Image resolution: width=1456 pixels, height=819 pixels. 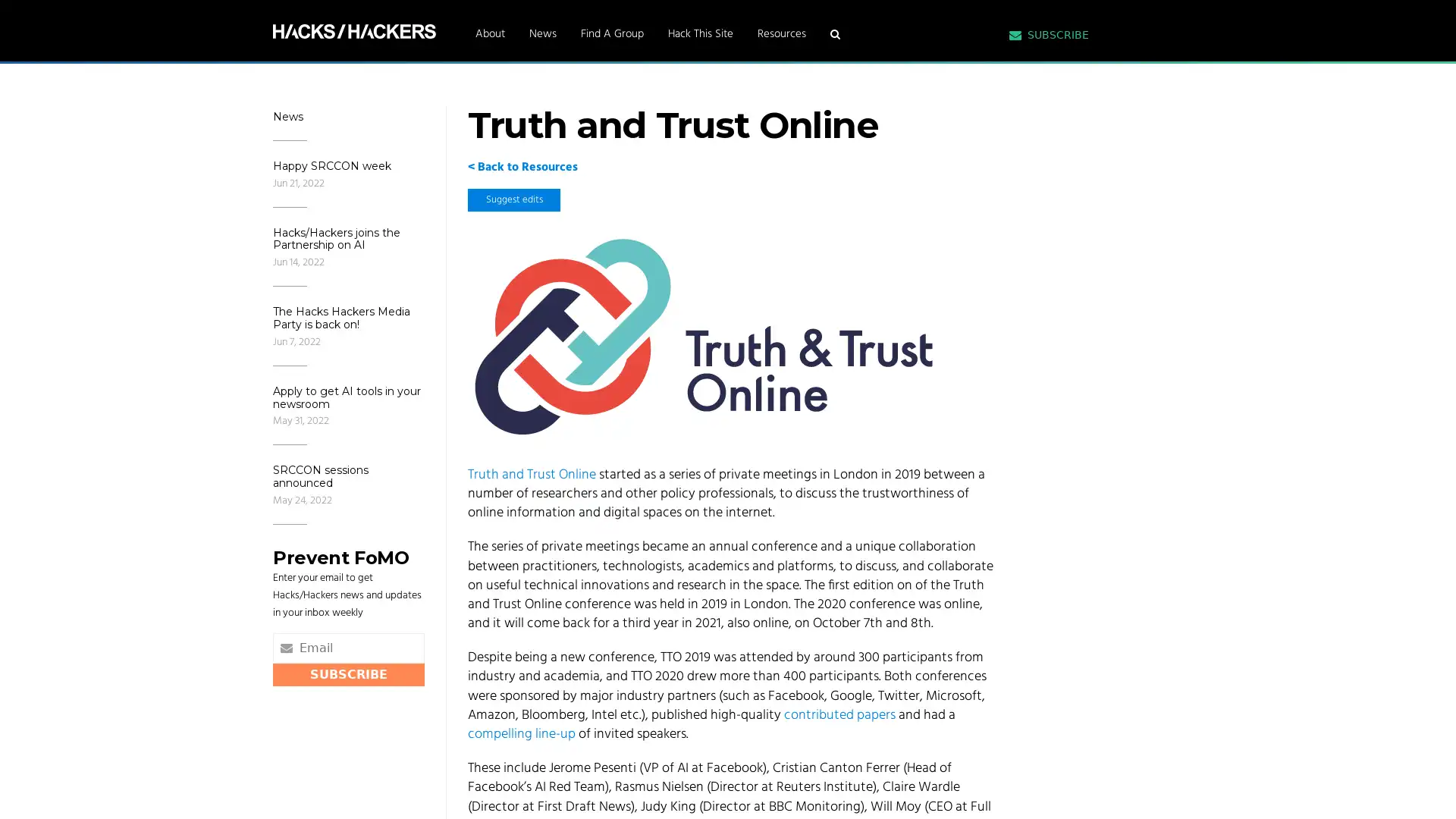 What do you see at coordinates (348, 673) in the screenshot?
I see `Subscribe` at bounding box center [348, 673].